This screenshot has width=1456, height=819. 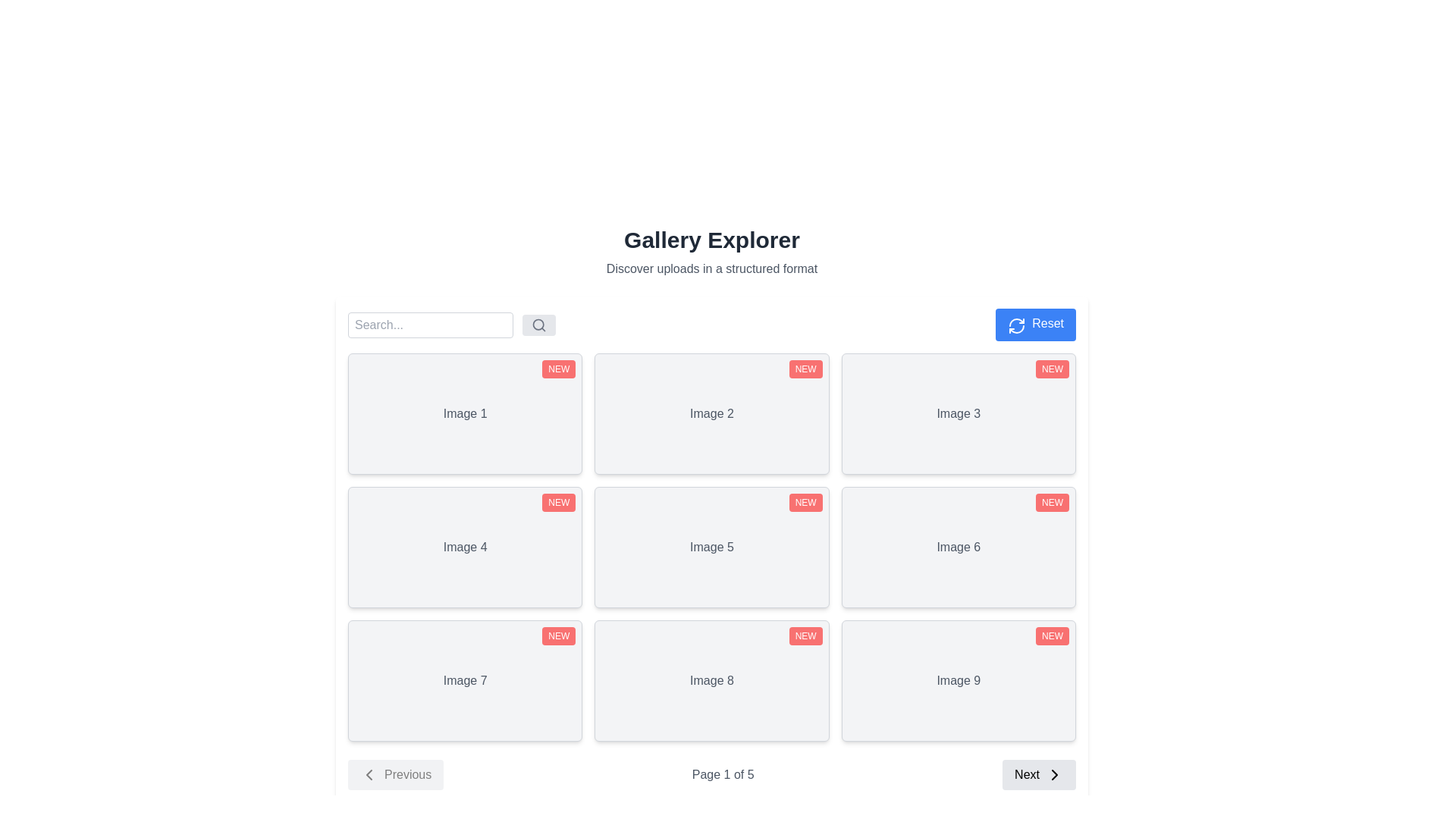 What do you see at coordinates (805, 636) in the screenshot?
I see `the badge located at the top-right corner of the 'Image 8' card which indicates new or updated content` at bounding box center [805, 636].